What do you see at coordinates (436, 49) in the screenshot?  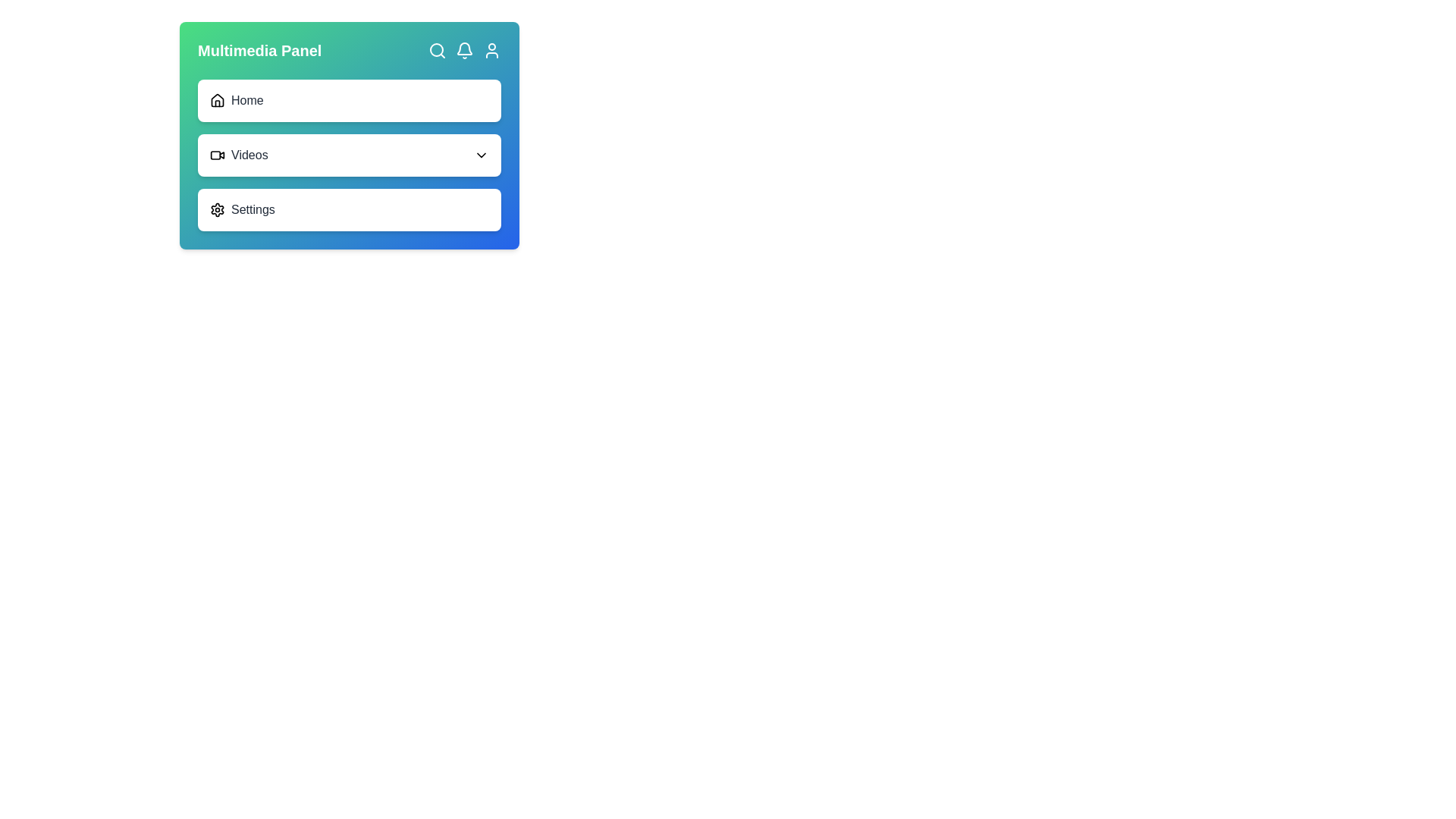 I see `the circular glass component of the search icon located in the top-right corner of the interface` at bounding box center [436, 49].